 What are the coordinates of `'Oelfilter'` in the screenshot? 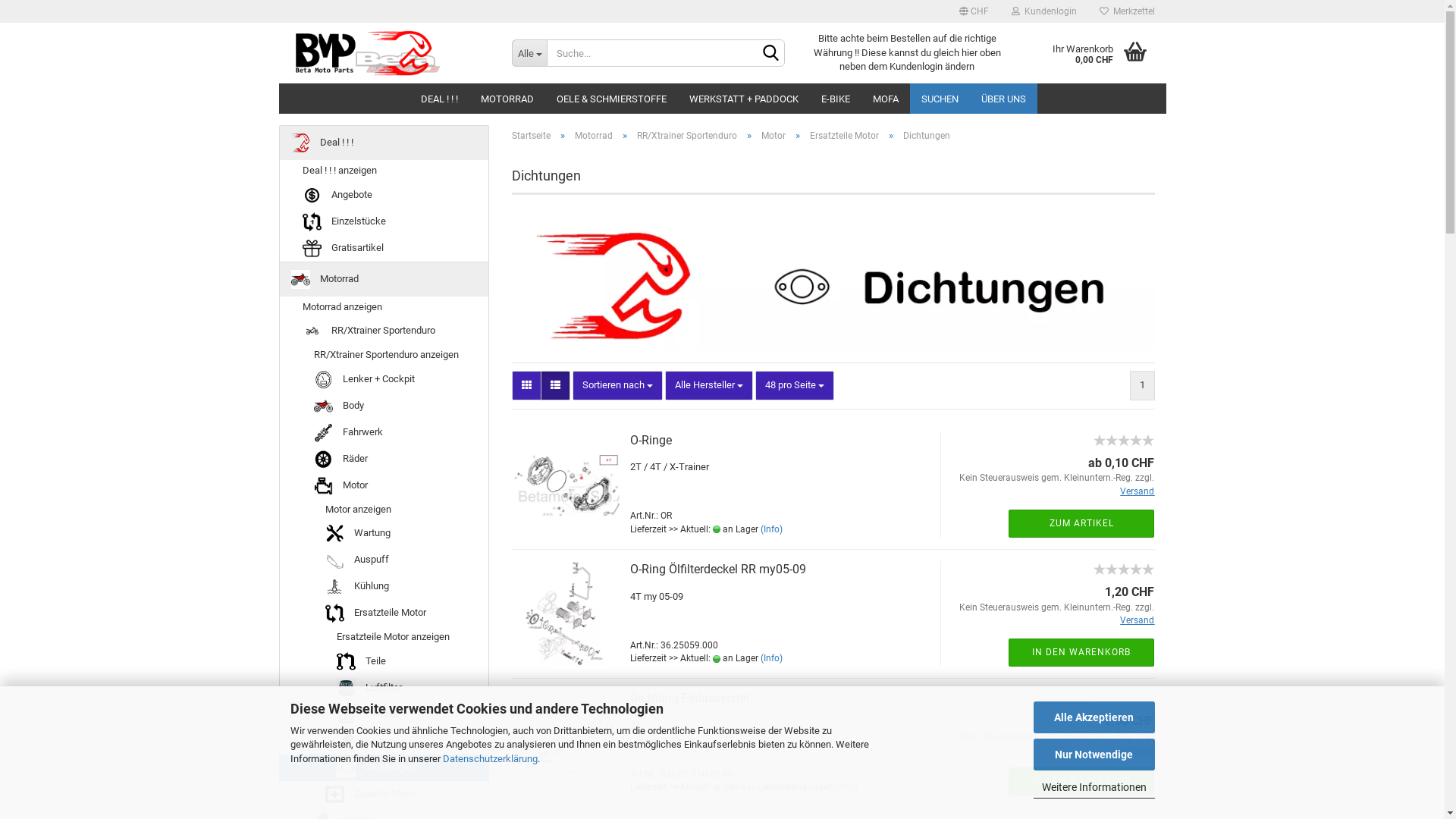 It's located at (383, 714).